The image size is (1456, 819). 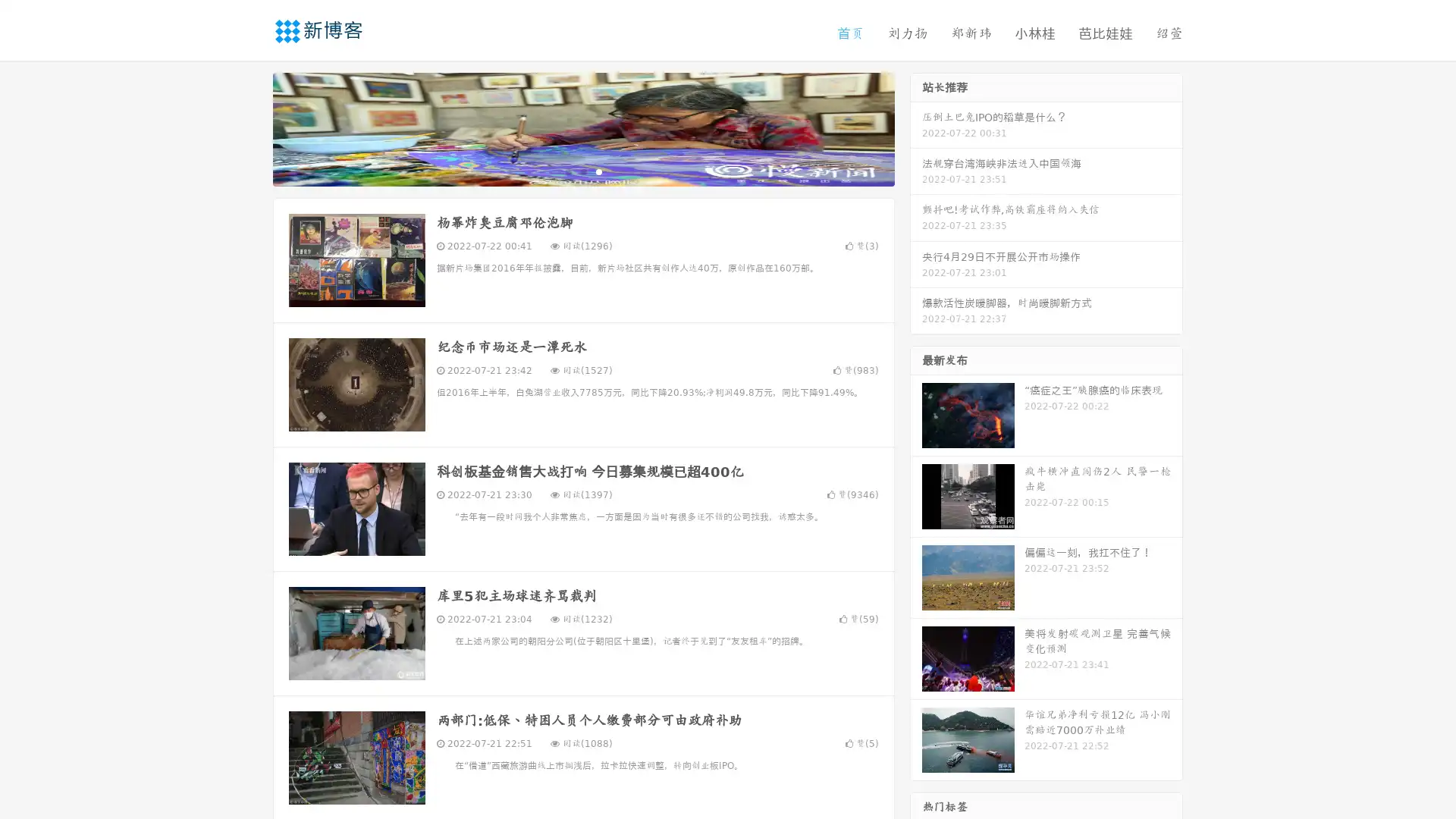 I want to click on Go to slide 2, so click(x=582, y=171).